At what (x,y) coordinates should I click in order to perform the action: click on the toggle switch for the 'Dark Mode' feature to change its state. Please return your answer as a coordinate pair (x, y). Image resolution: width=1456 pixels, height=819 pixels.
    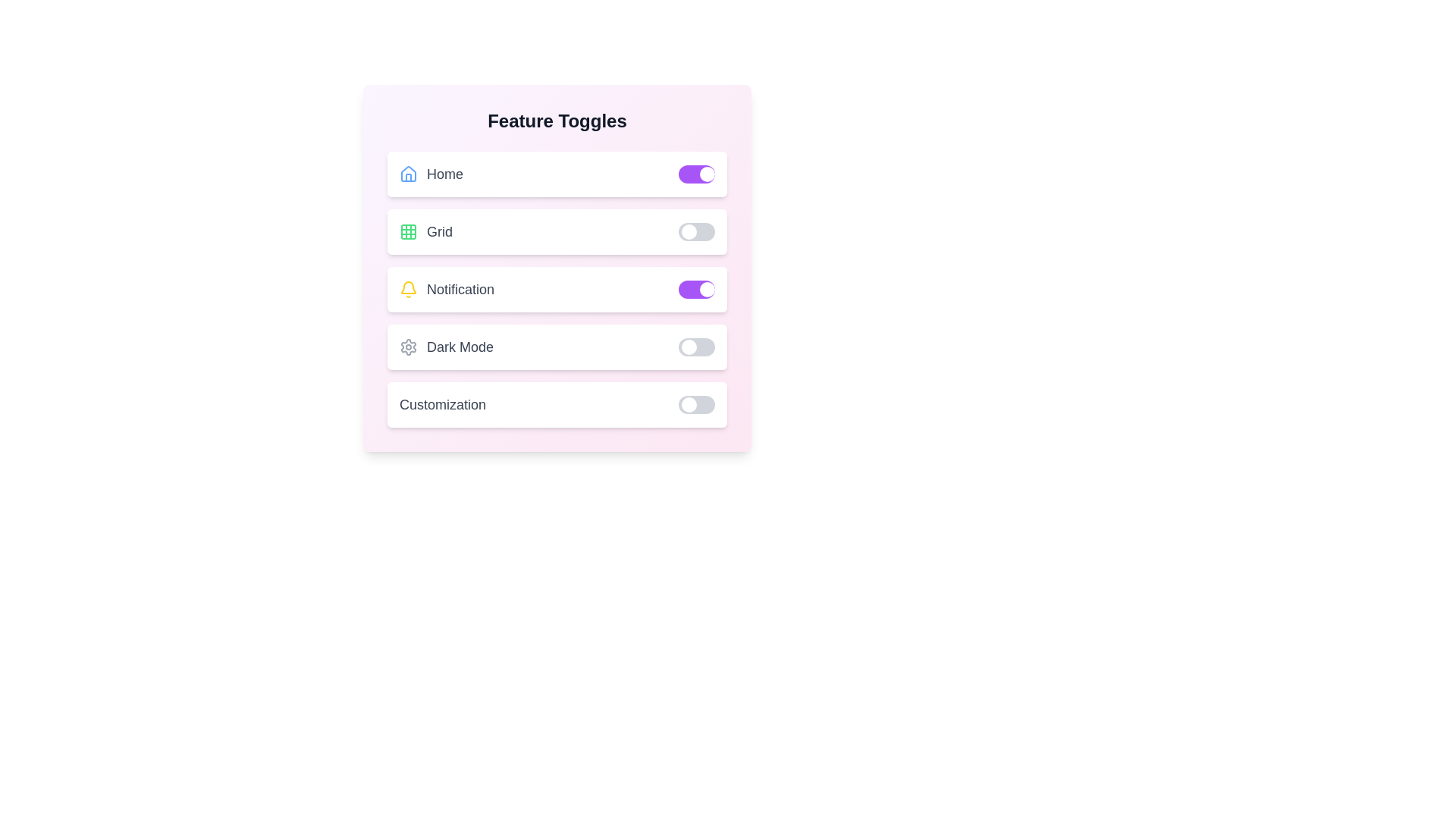
    Looking at the image, I should click on (695, 347).